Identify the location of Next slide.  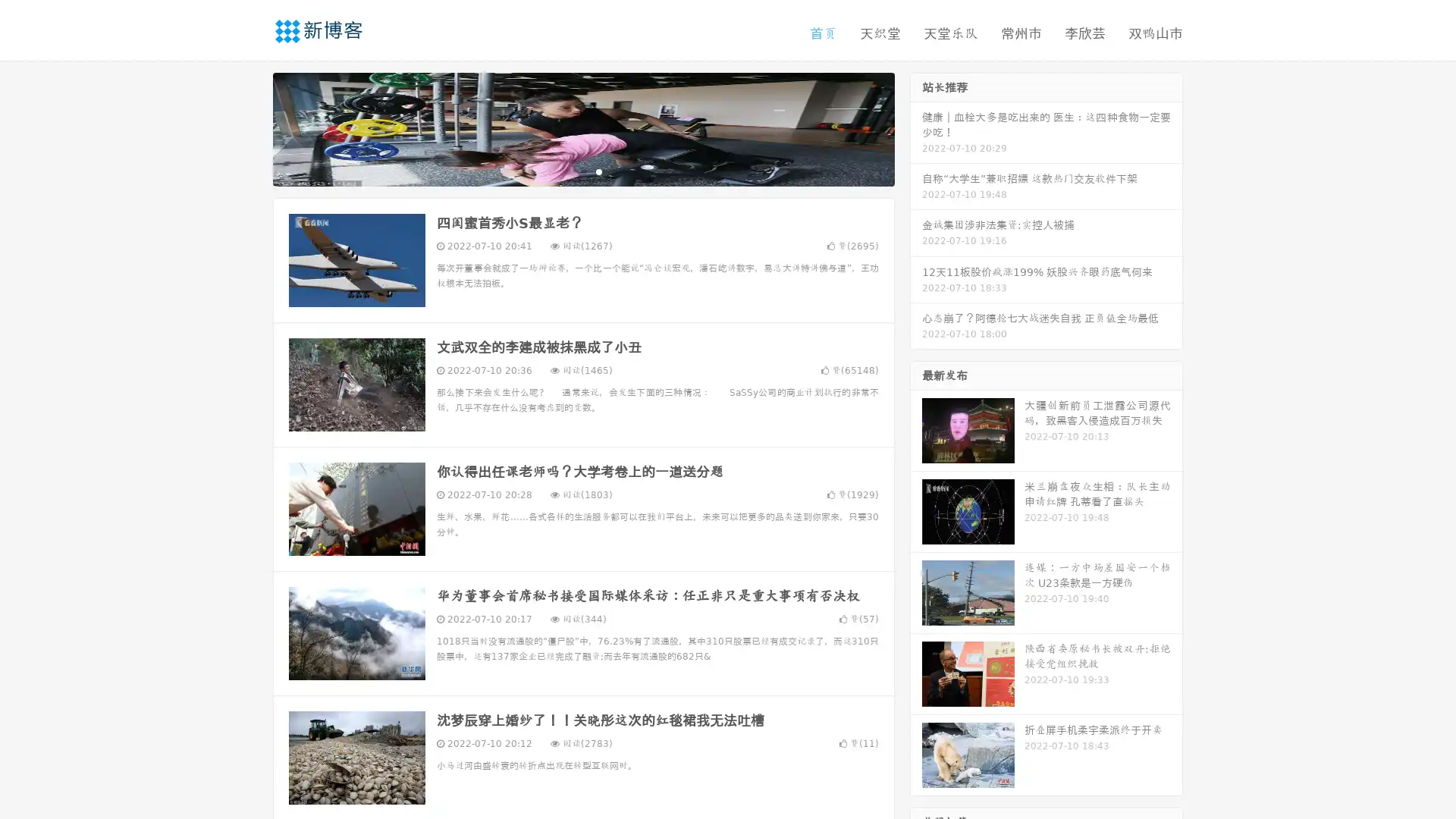
(916, 127).